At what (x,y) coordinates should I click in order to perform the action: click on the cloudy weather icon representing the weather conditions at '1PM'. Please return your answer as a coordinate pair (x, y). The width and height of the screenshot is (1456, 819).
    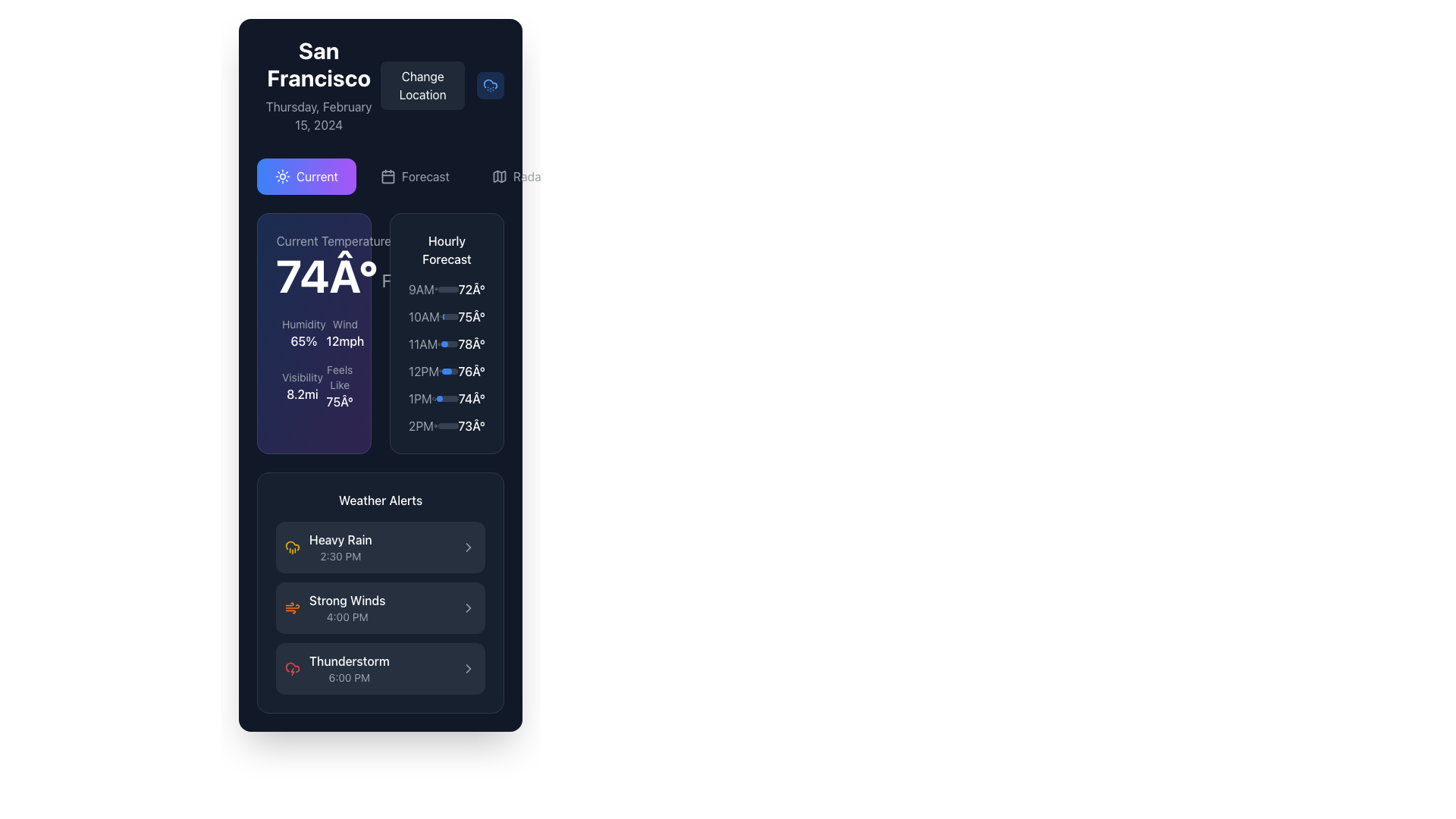
    Looking at the image, I should click on (433, 397).